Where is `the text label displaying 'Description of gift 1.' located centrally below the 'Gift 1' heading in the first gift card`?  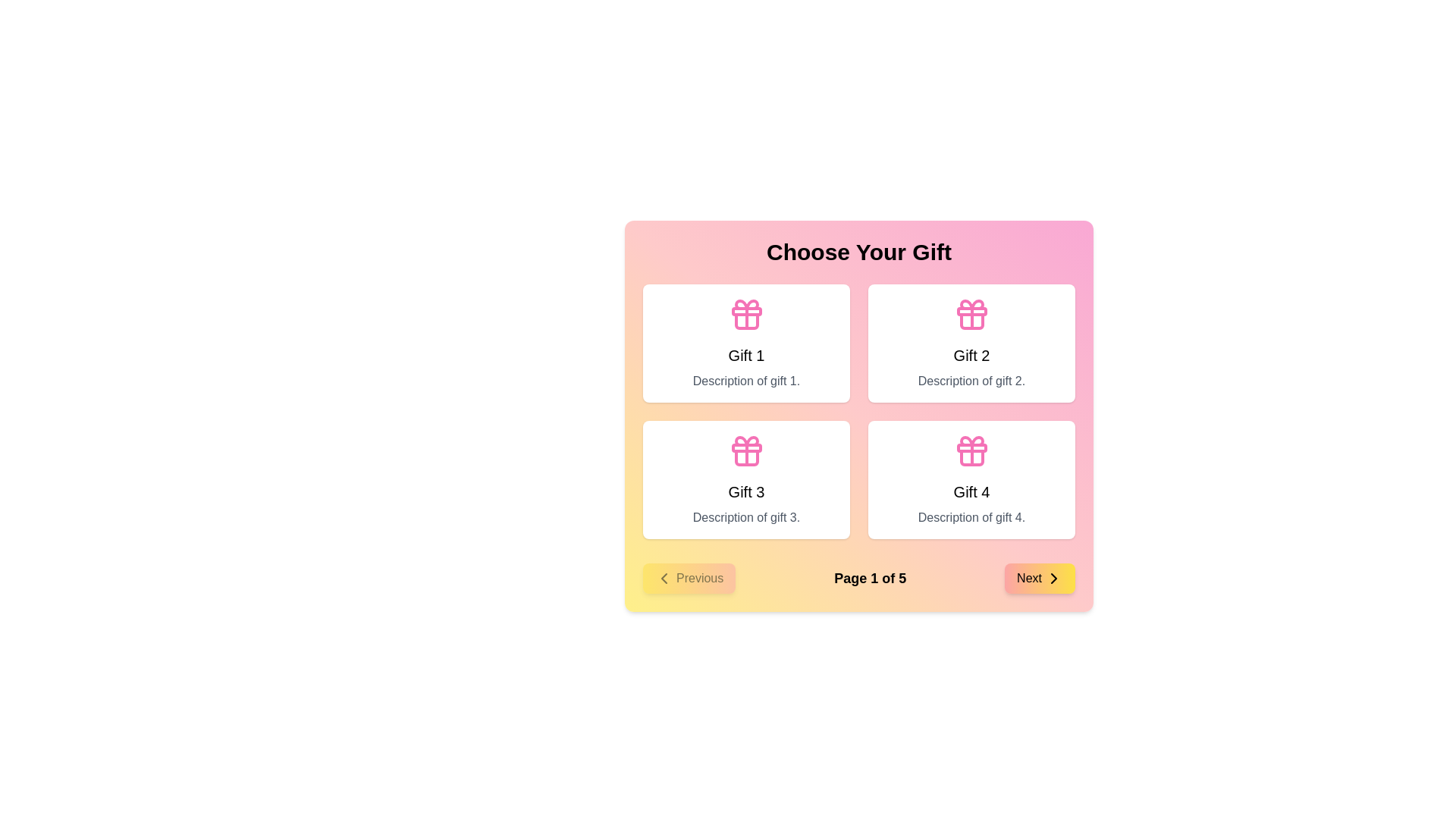 the text label displaying 'Description of gift 1.' located centrally below the 'Gift 1' heading in the first gift card is located at coordinates (746, 380).